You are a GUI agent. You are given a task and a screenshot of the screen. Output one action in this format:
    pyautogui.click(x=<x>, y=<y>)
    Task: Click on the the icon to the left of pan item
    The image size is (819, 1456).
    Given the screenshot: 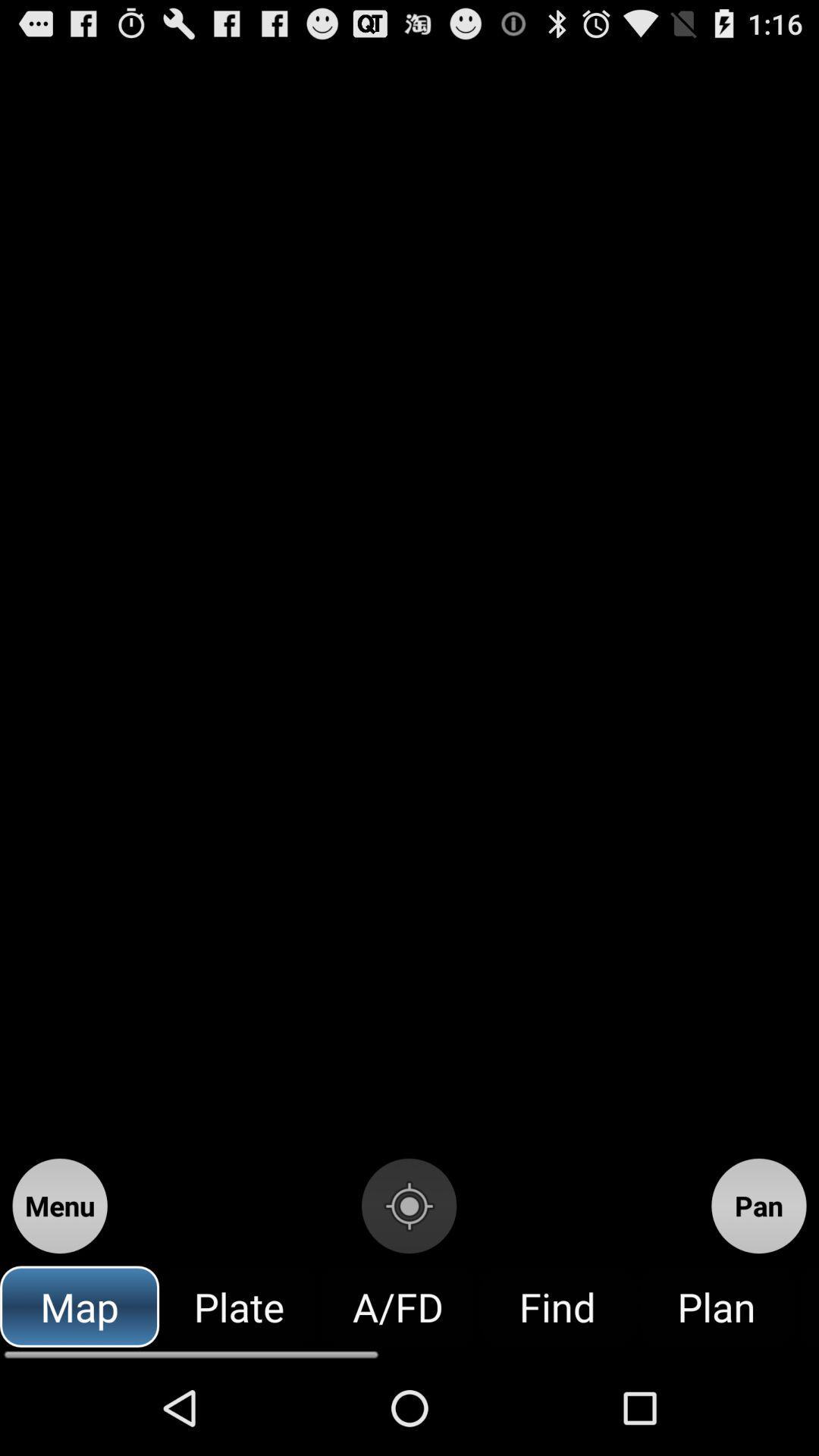 What is the action you would take?
    pyautogui.click(x=408, y=1205)
    